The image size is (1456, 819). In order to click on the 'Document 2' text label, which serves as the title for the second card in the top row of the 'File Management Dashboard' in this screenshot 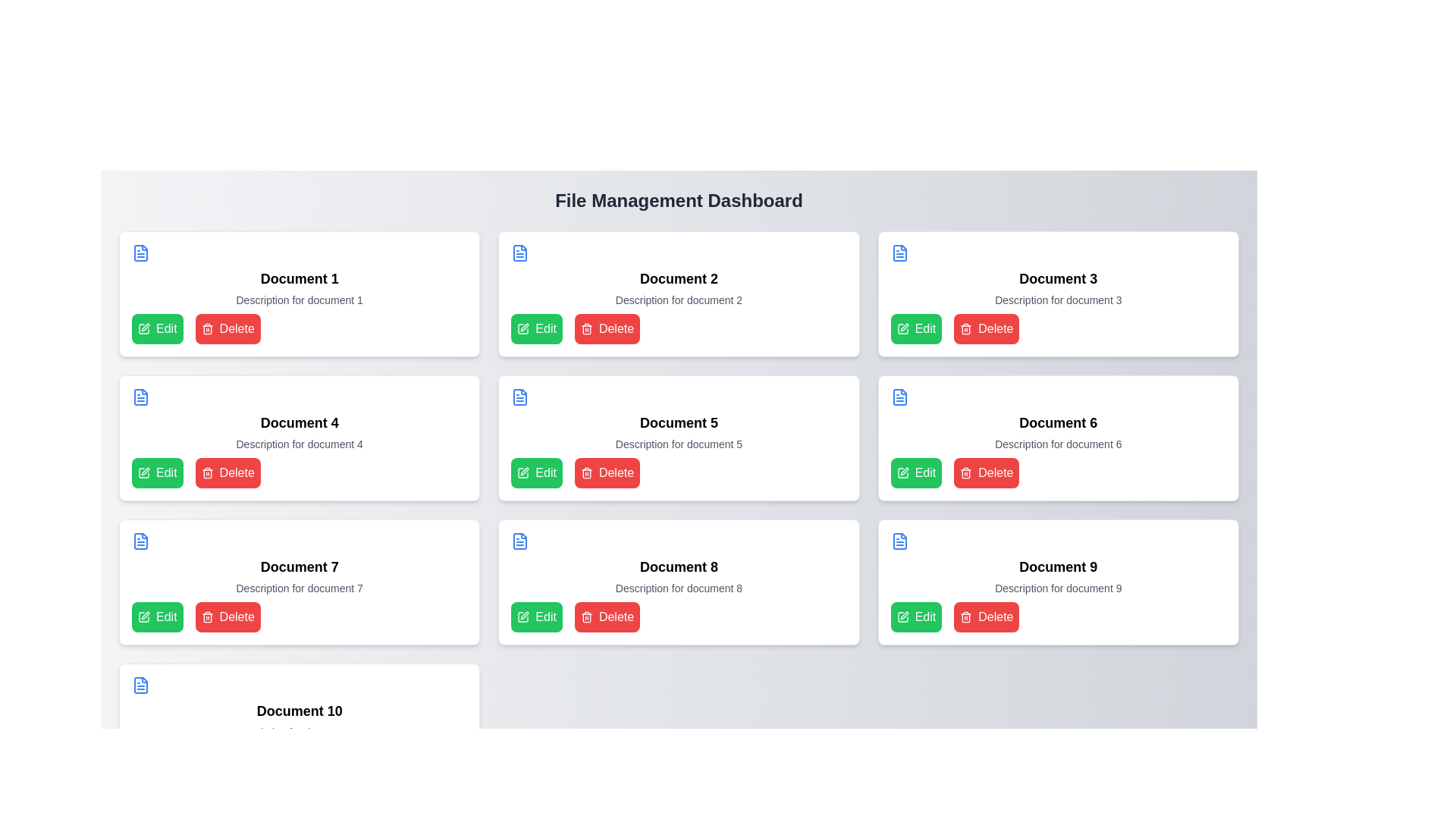, I will do `click(678, 278)`.